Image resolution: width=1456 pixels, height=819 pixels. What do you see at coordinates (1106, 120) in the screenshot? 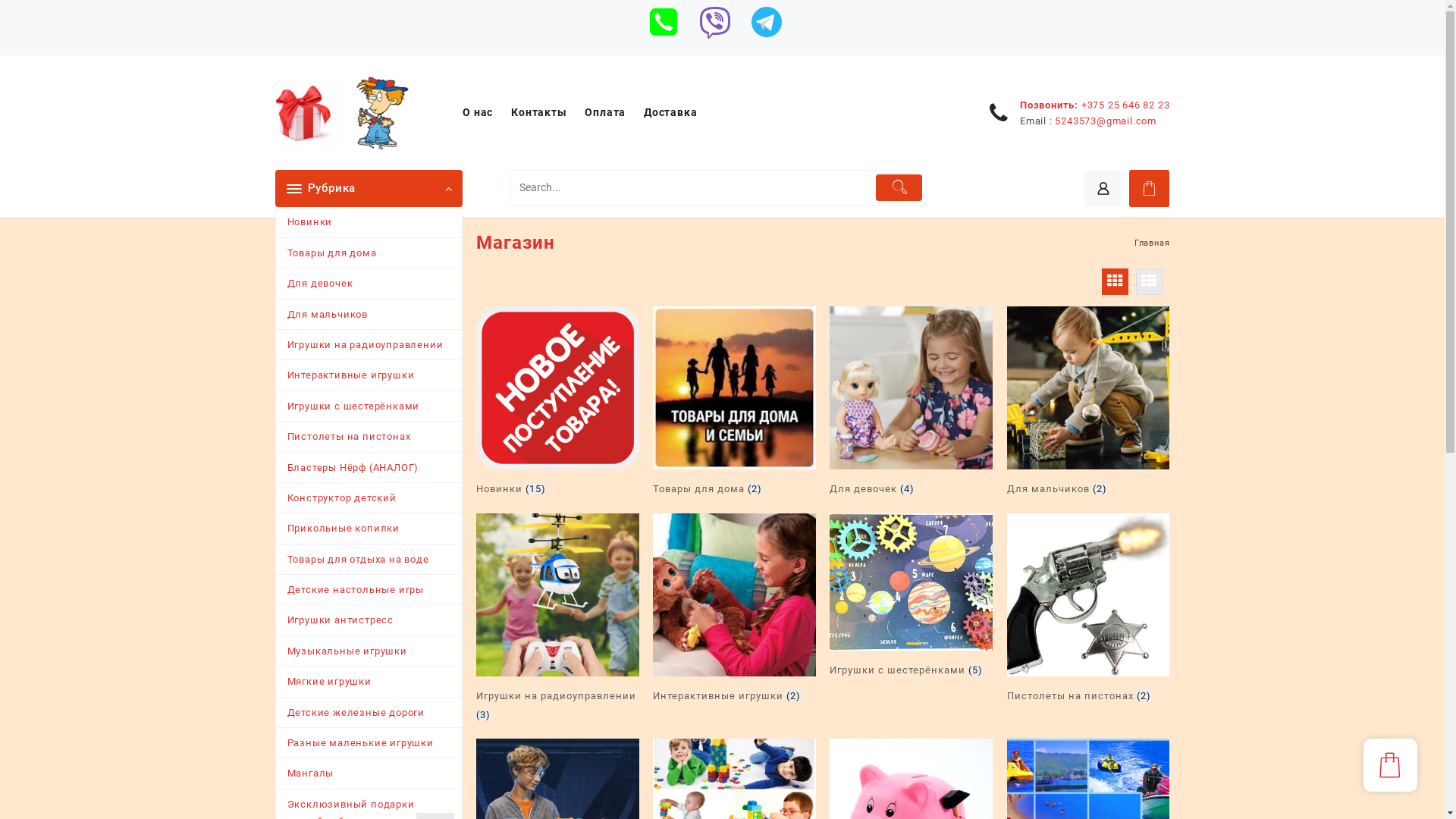
I see `'5243573@gmail.com'` at bounding box center [1106, 120].